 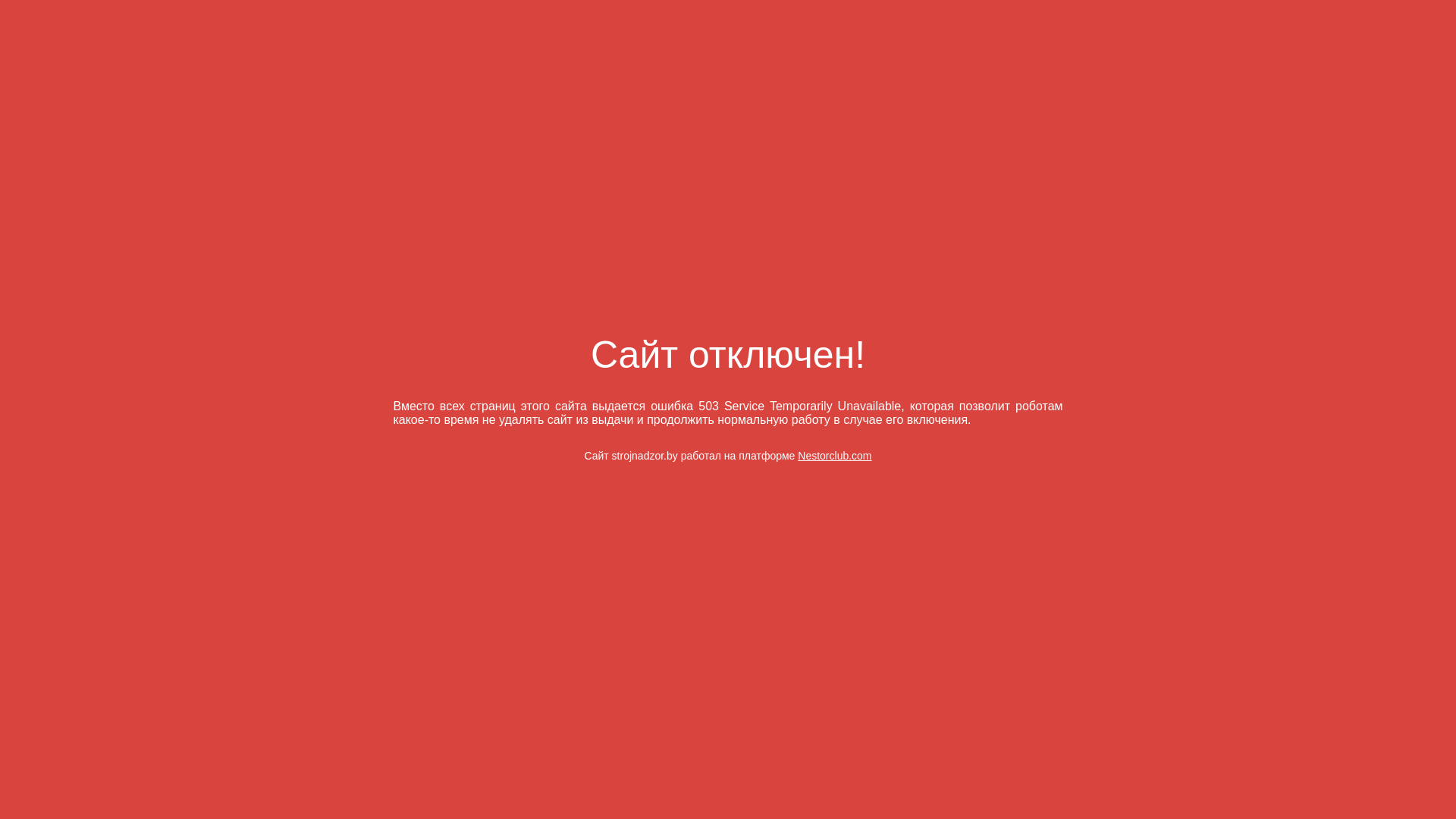 I want to click on 'Nestorclub.com', so click(x=833, y=455).